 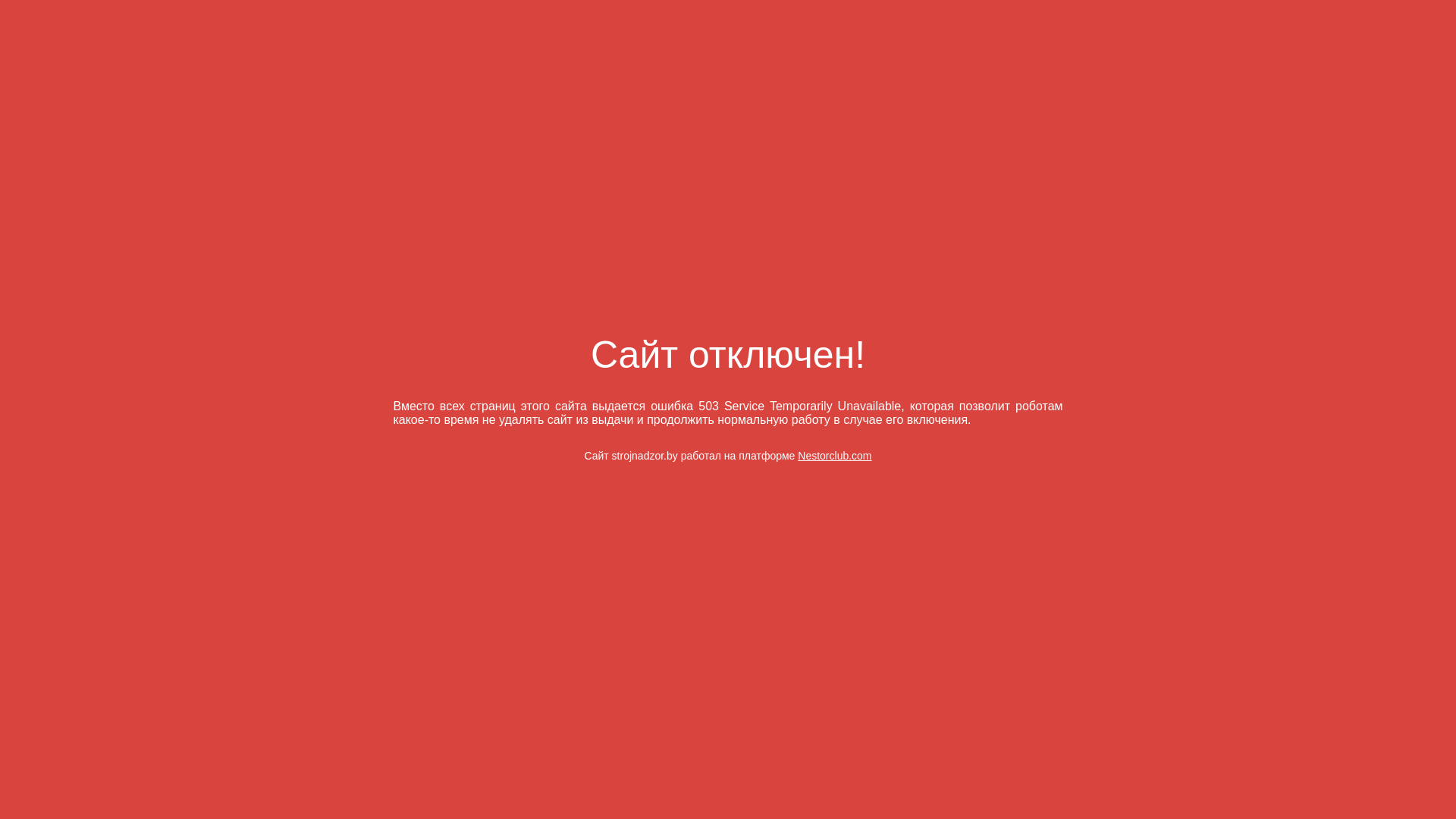 I want to click on 'Nestorclub.com', so click(x=833, y=455).